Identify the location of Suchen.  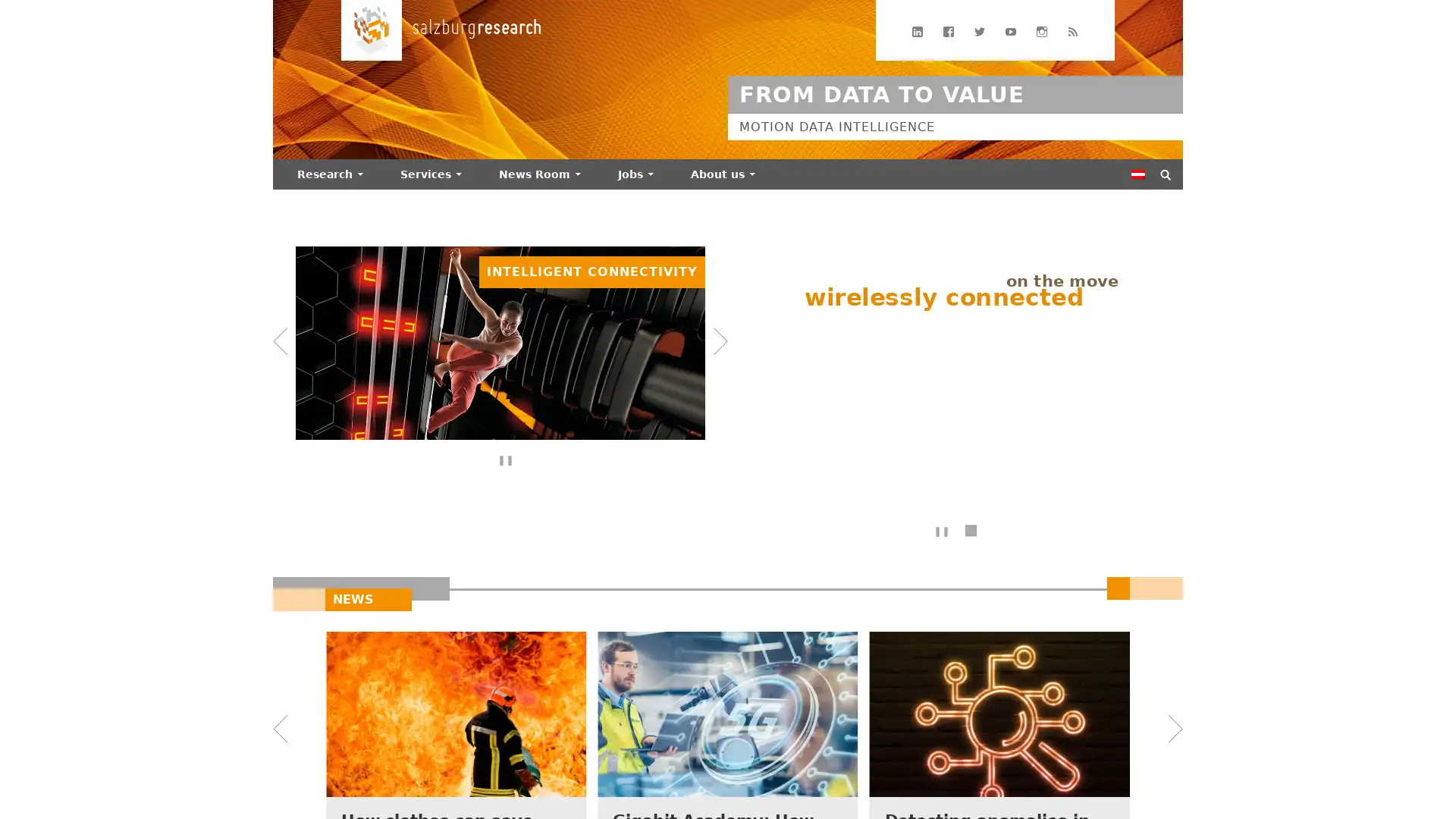
(1229, 172).